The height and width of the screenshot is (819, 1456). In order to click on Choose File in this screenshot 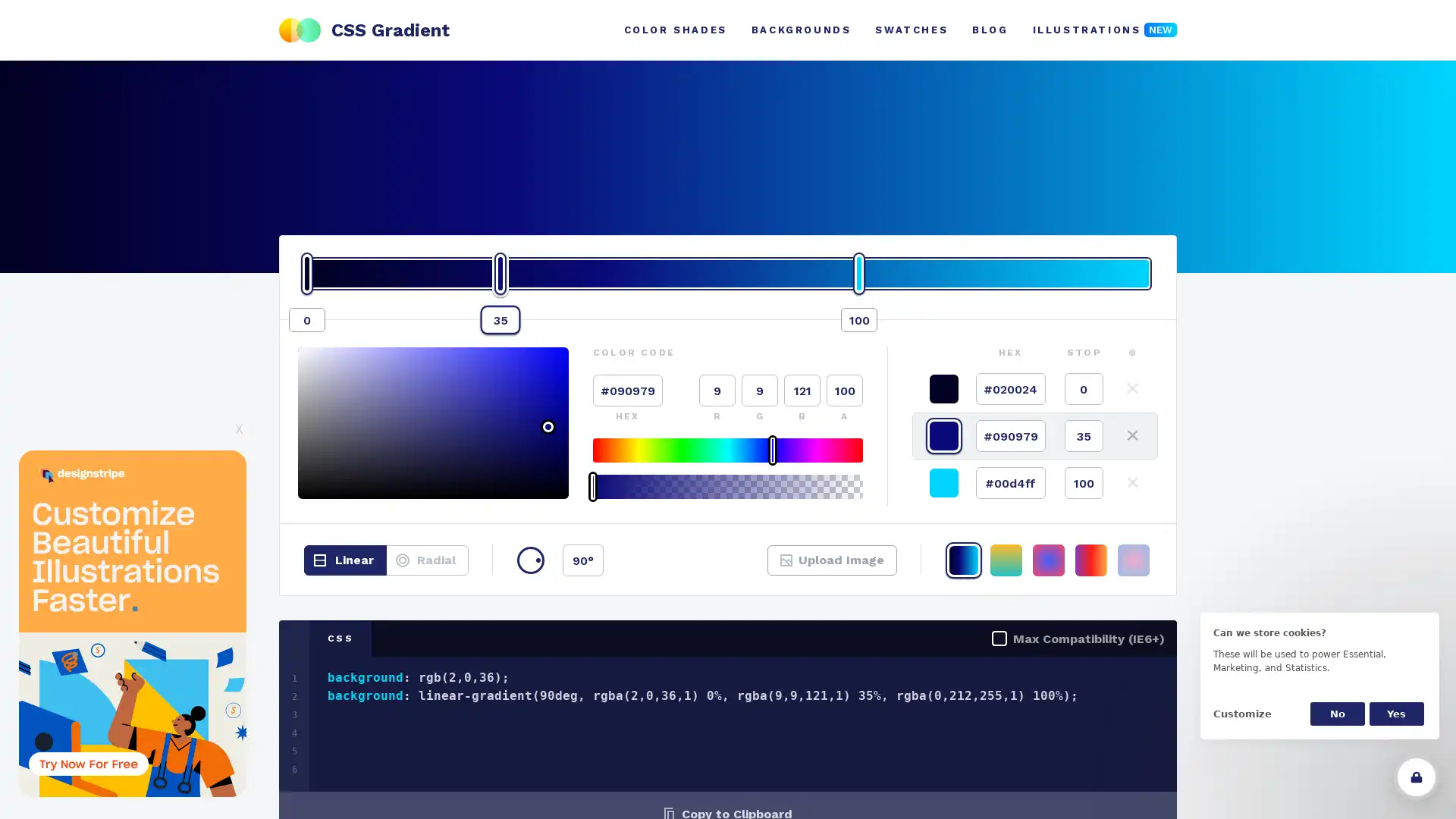, I will do `click(807, 569)`.